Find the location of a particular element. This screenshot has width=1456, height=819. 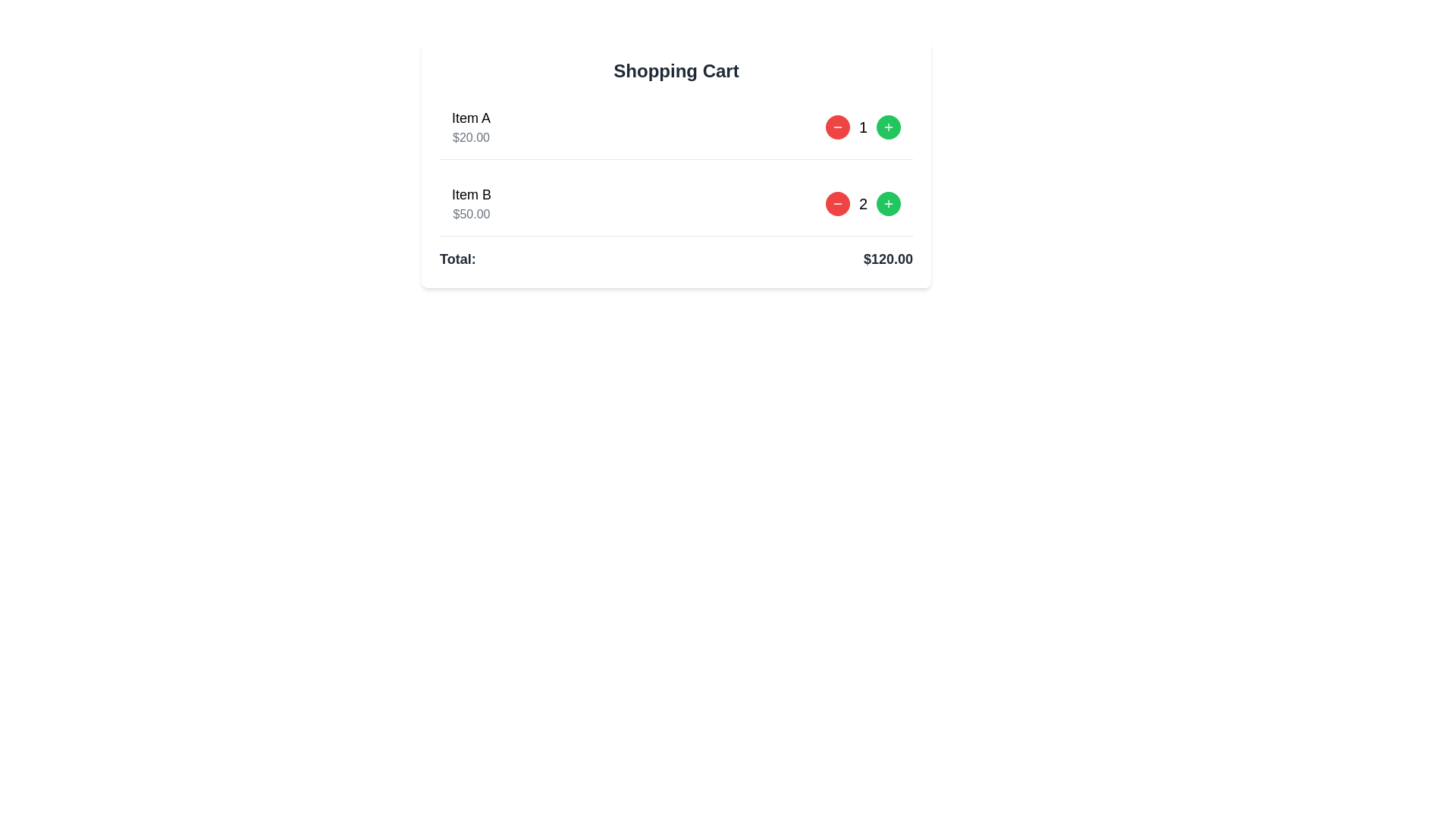

the text display that shows the name and price of 'Item B' in the shopping cart list, located in the second row under 'Item A' is located at coordinates (471, 203).